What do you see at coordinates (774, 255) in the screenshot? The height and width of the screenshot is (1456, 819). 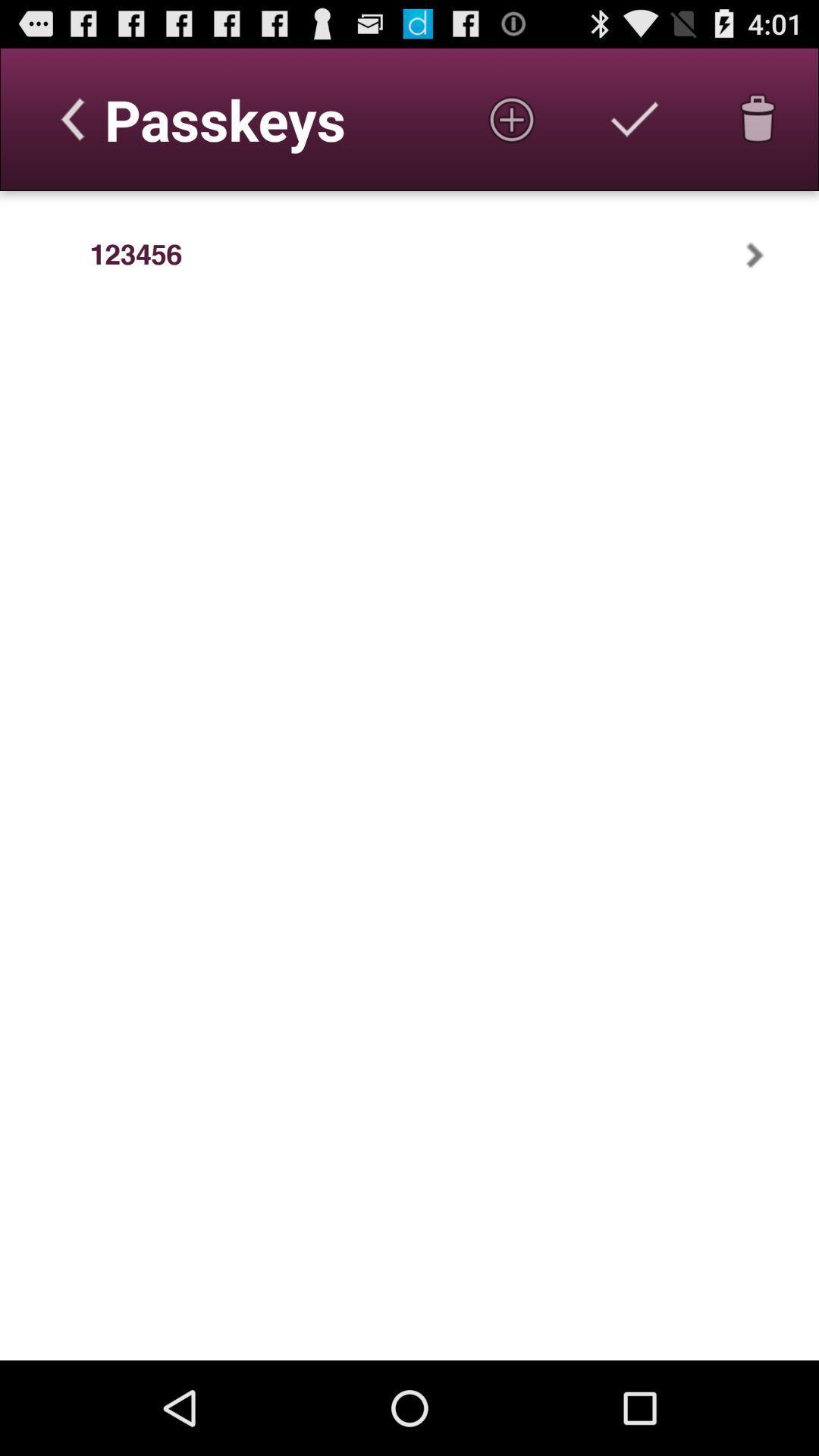 I see `the app to the right of 123456 app` at bounding box center [774, 255].